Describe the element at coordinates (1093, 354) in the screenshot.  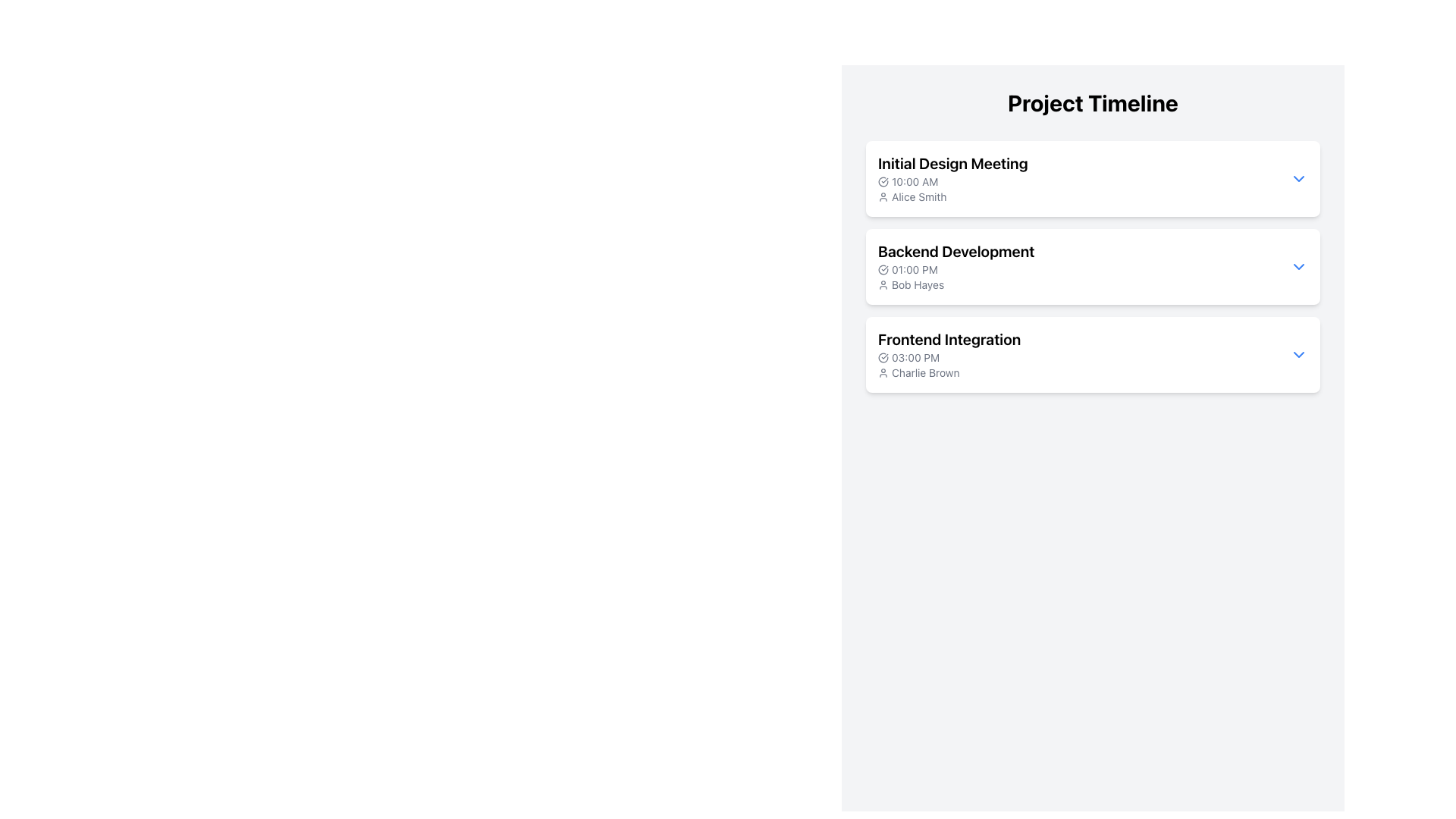
I see `the third item in the timeline or list titled 'Frontend Integration' scheduled for '03:00 PM' associated with 'Charlie Brown'` at that location.